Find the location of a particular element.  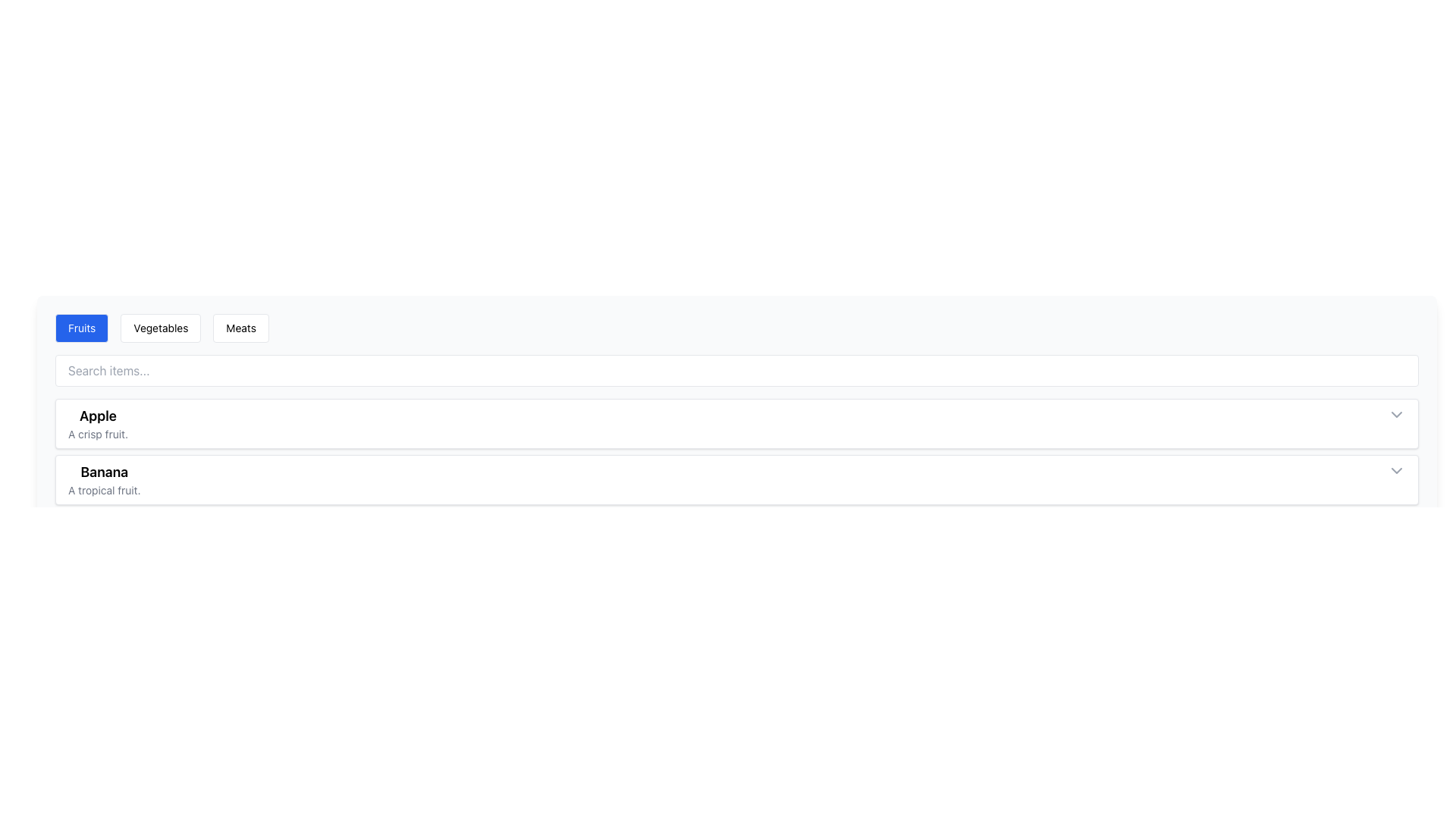

description text label that provides secondary information about the fruit 'Apple', stating 'A crisp fruit.' is located at coordinates (97, 435).